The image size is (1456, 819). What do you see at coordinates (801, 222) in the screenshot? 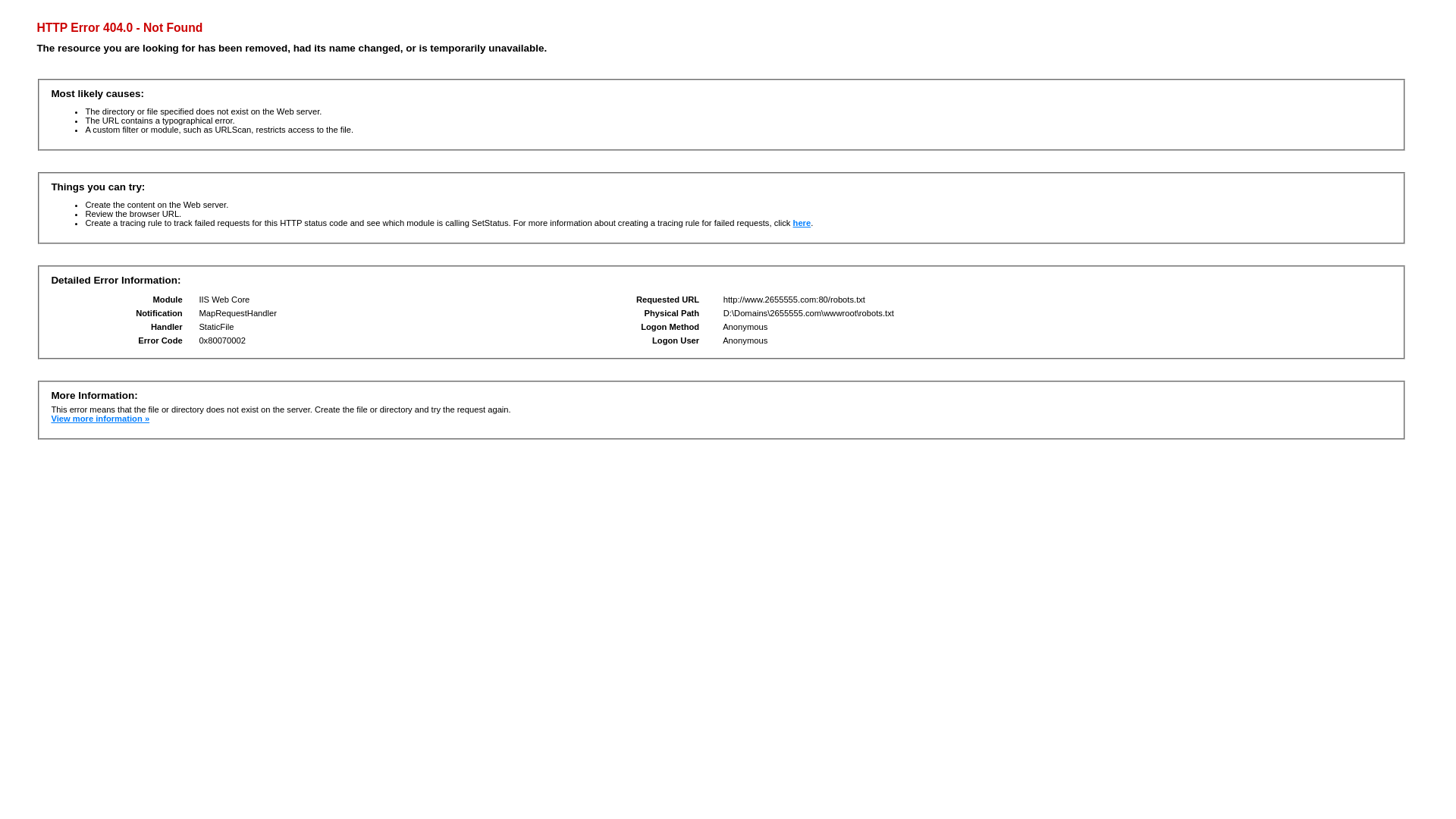
I see `'here'` at bounding box center [801, 222].